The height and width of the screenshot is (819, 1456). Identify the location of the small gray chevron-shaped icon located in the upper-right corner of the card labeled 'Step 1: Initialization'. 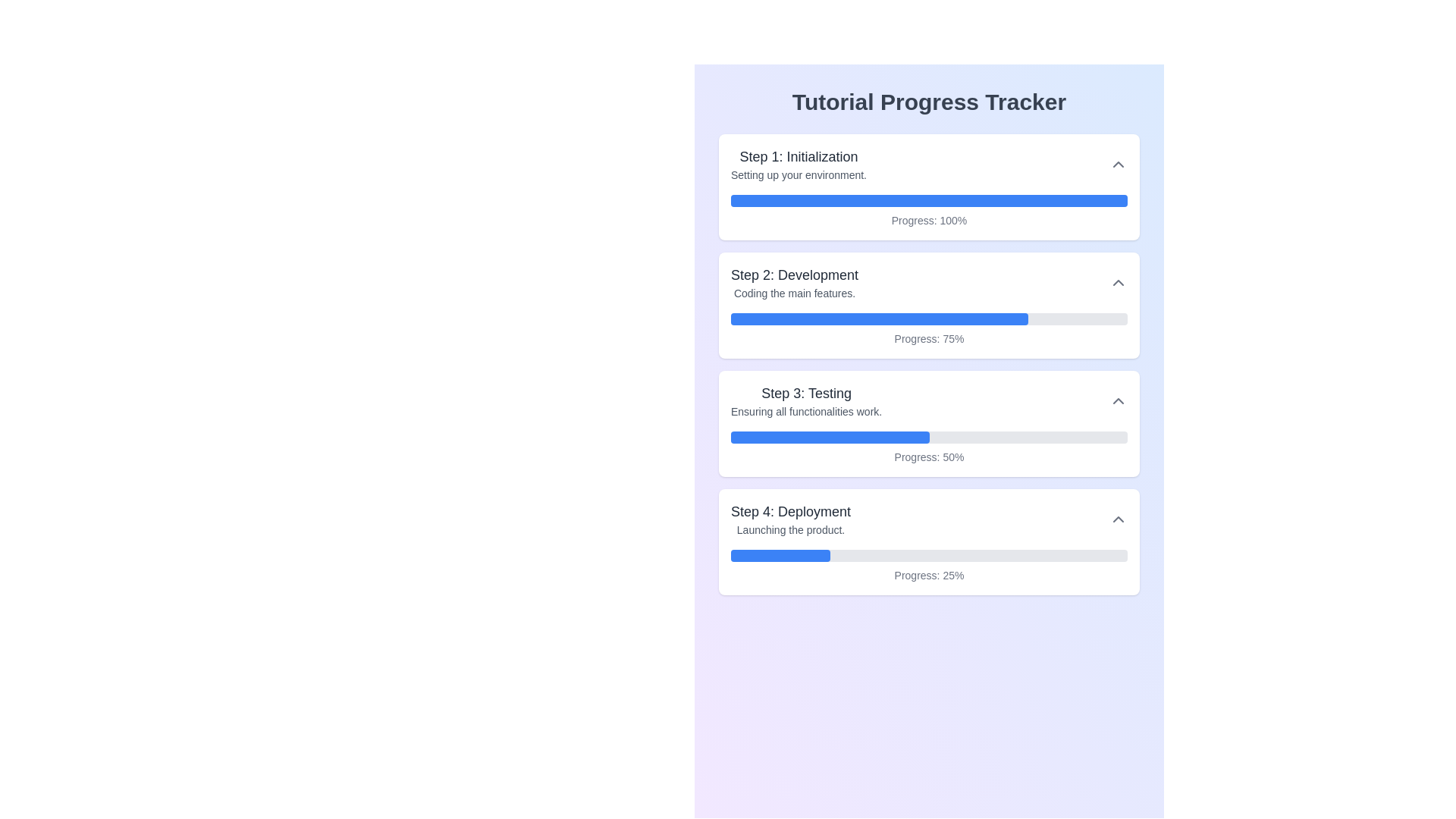
(1118, 164).